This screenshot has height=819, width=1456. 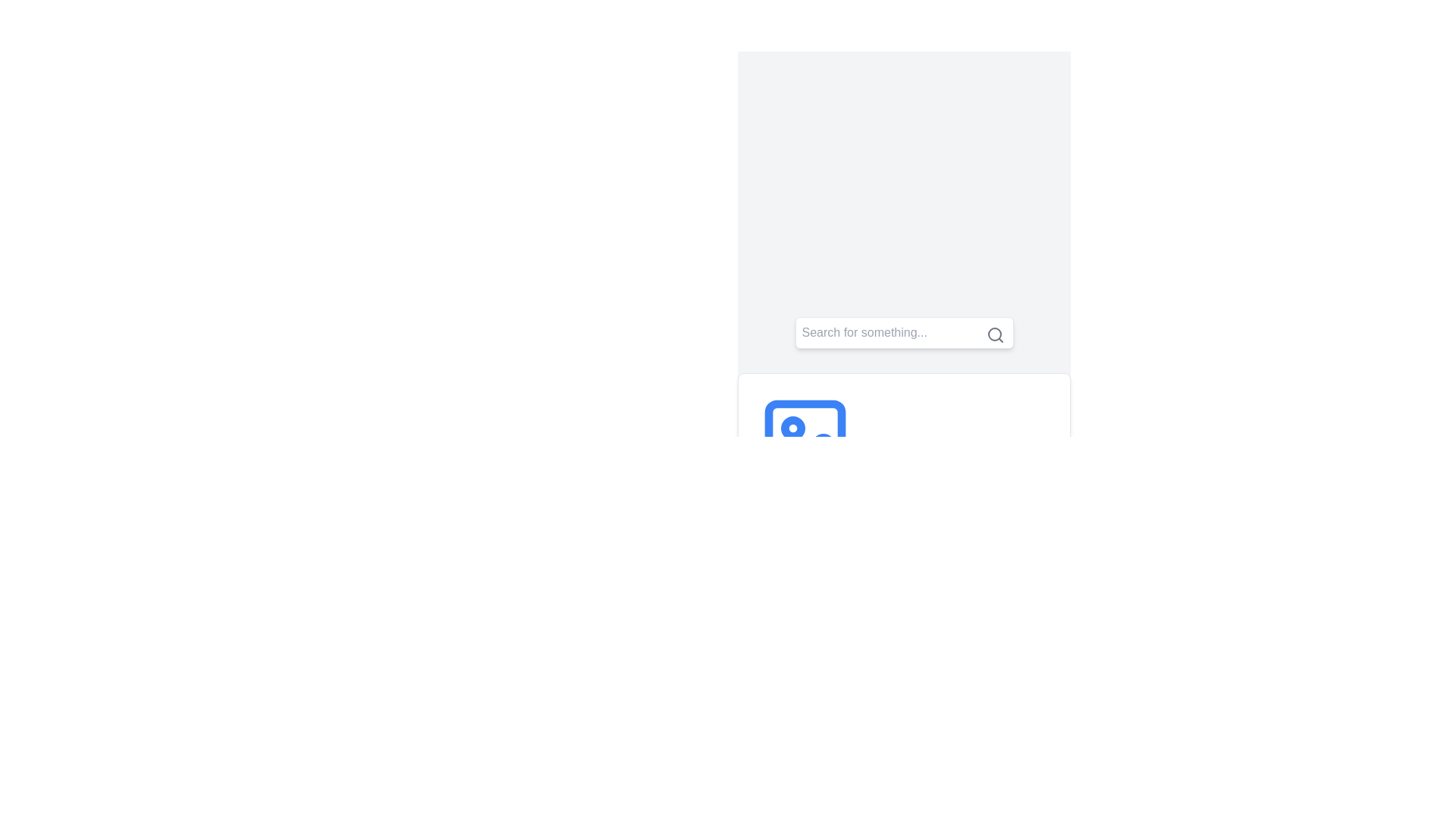 What do you see at coordinates (995, 334) in the screenshot?
I see `the search icon located at the top-right corner of the input field to initiate a search operation` at bounding box center [995, 334].